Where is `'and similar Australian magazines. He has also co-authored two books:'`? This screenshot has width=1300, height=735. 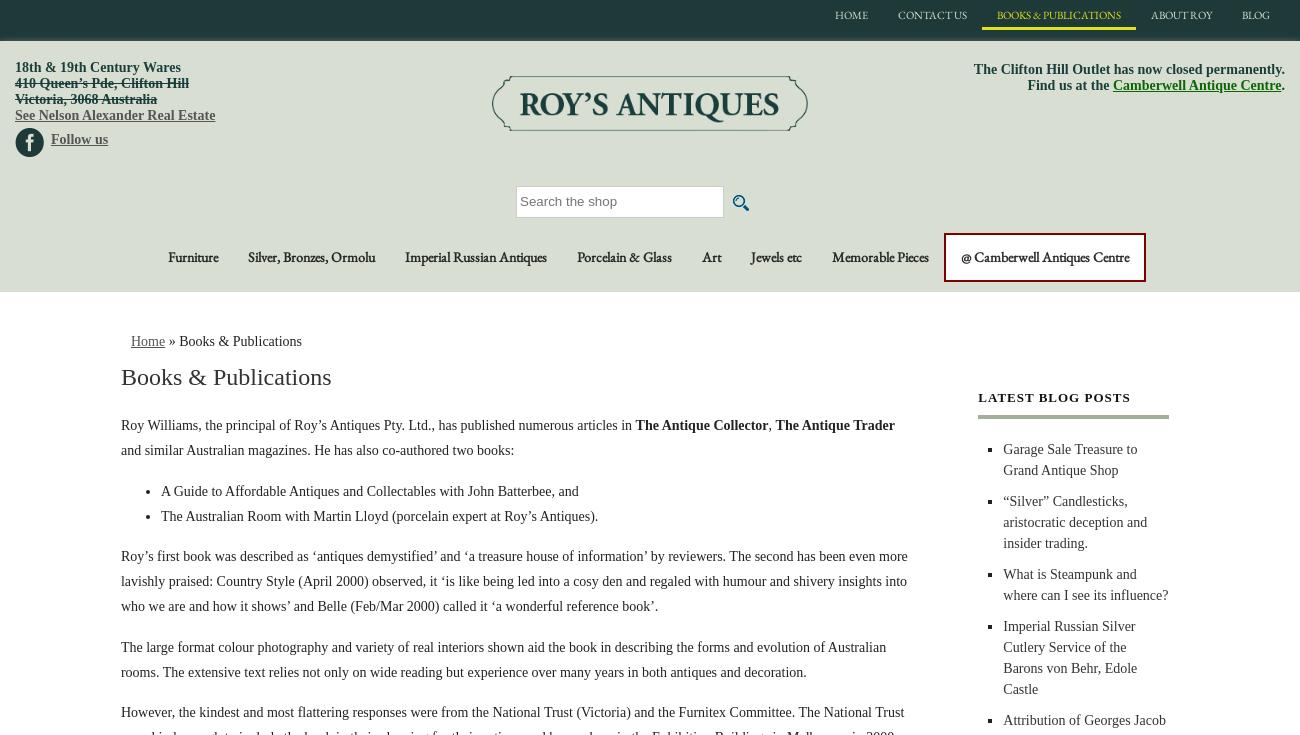
'and similar Australian magazines. He has also co-authored two books:' is located at coordinates (316, 449).